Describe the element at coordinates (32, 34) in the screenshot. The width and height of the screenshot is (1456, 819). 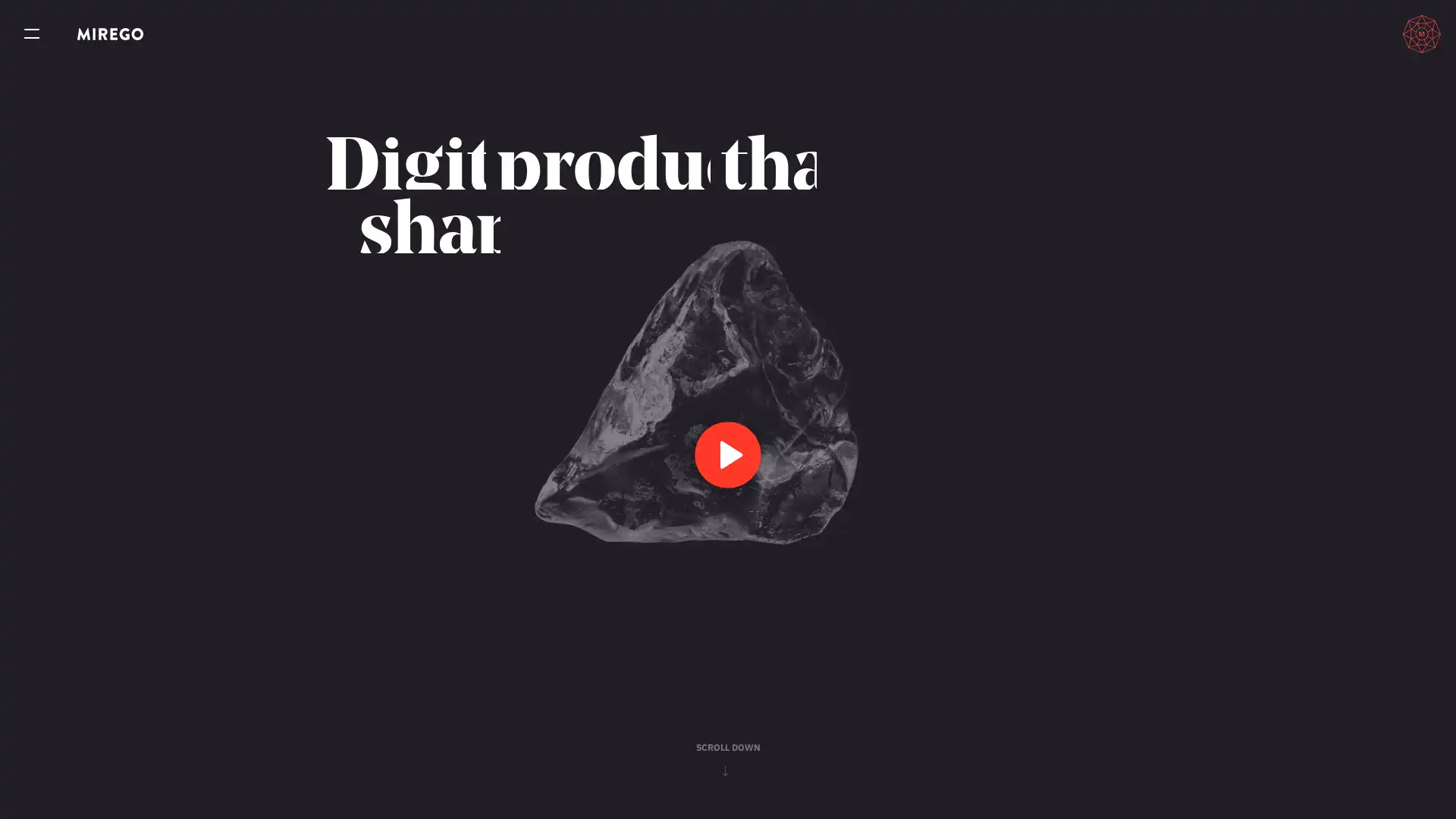
I see `See navigation` at that location.